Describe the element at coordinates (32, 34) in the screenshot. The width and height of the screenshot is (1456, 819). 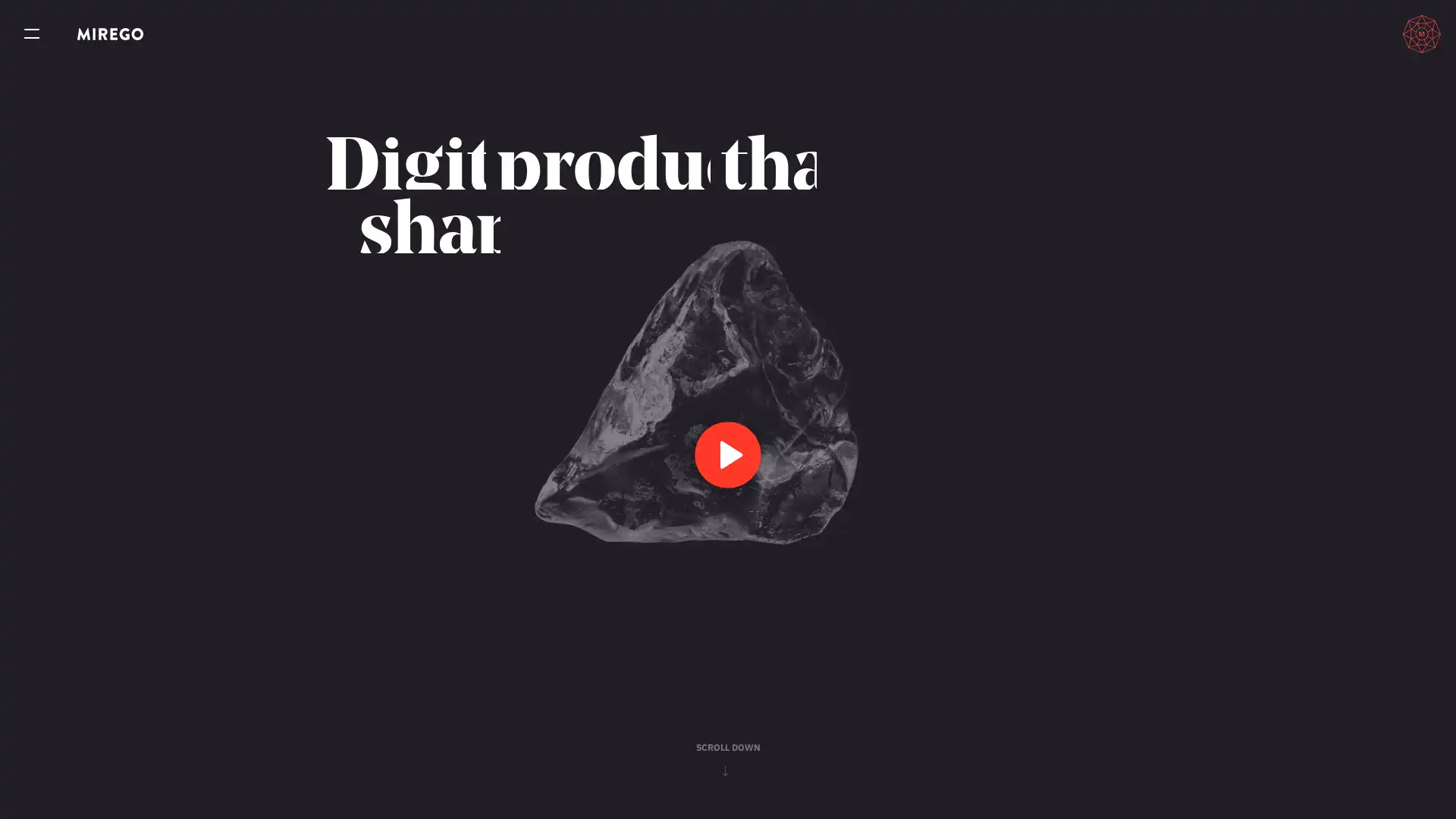
I see `See navigation` at that location.